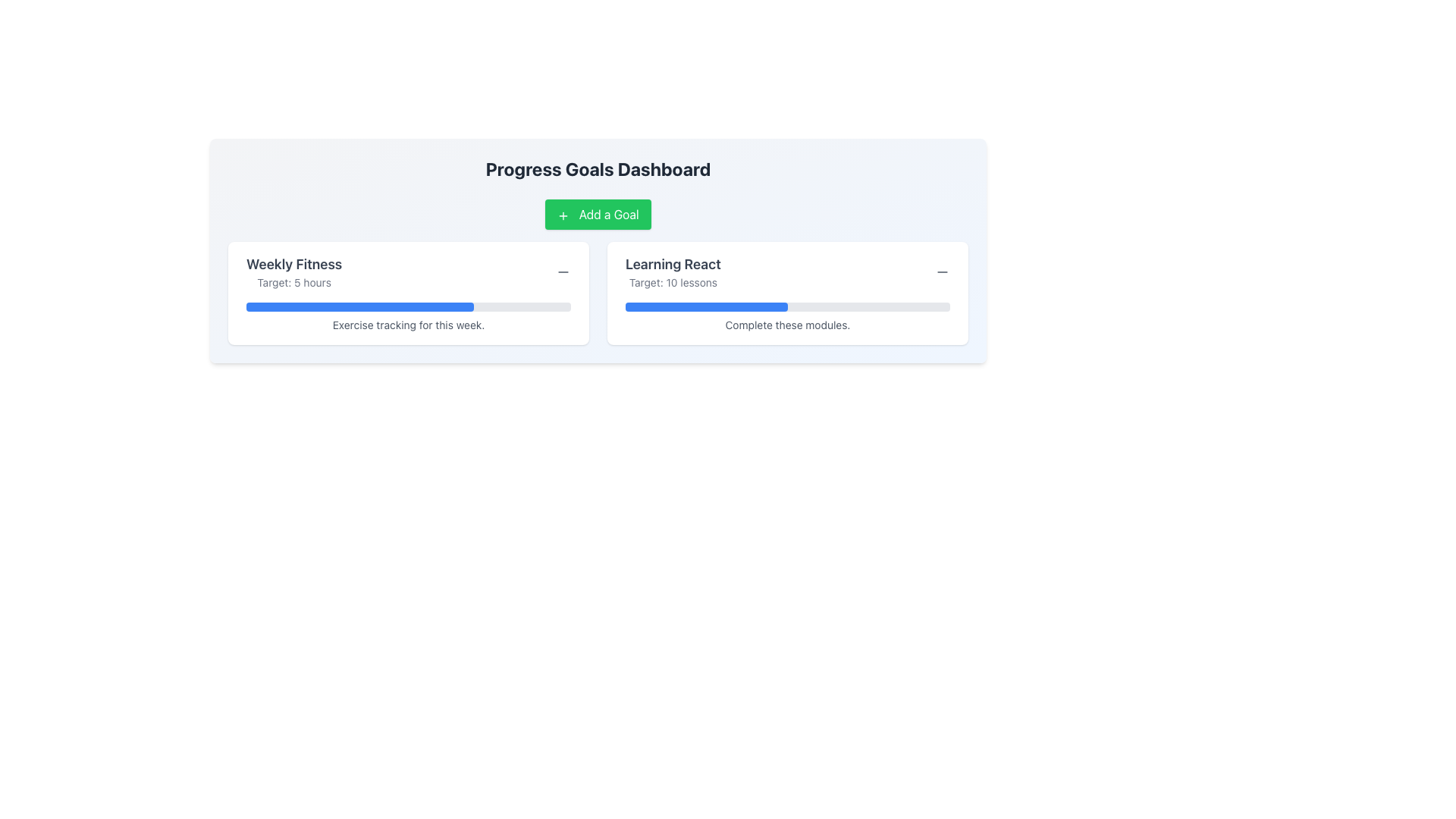 This screenshot has width=1456, height=819. What do you see at coordinates (705, 307) in the screenshot?
I see `the Progress Indicator that visually represents the 50% completion of the 'Learning React' goal, located under the 'Learning React' section within a gray progress bar` at bounding box center [705, 307].